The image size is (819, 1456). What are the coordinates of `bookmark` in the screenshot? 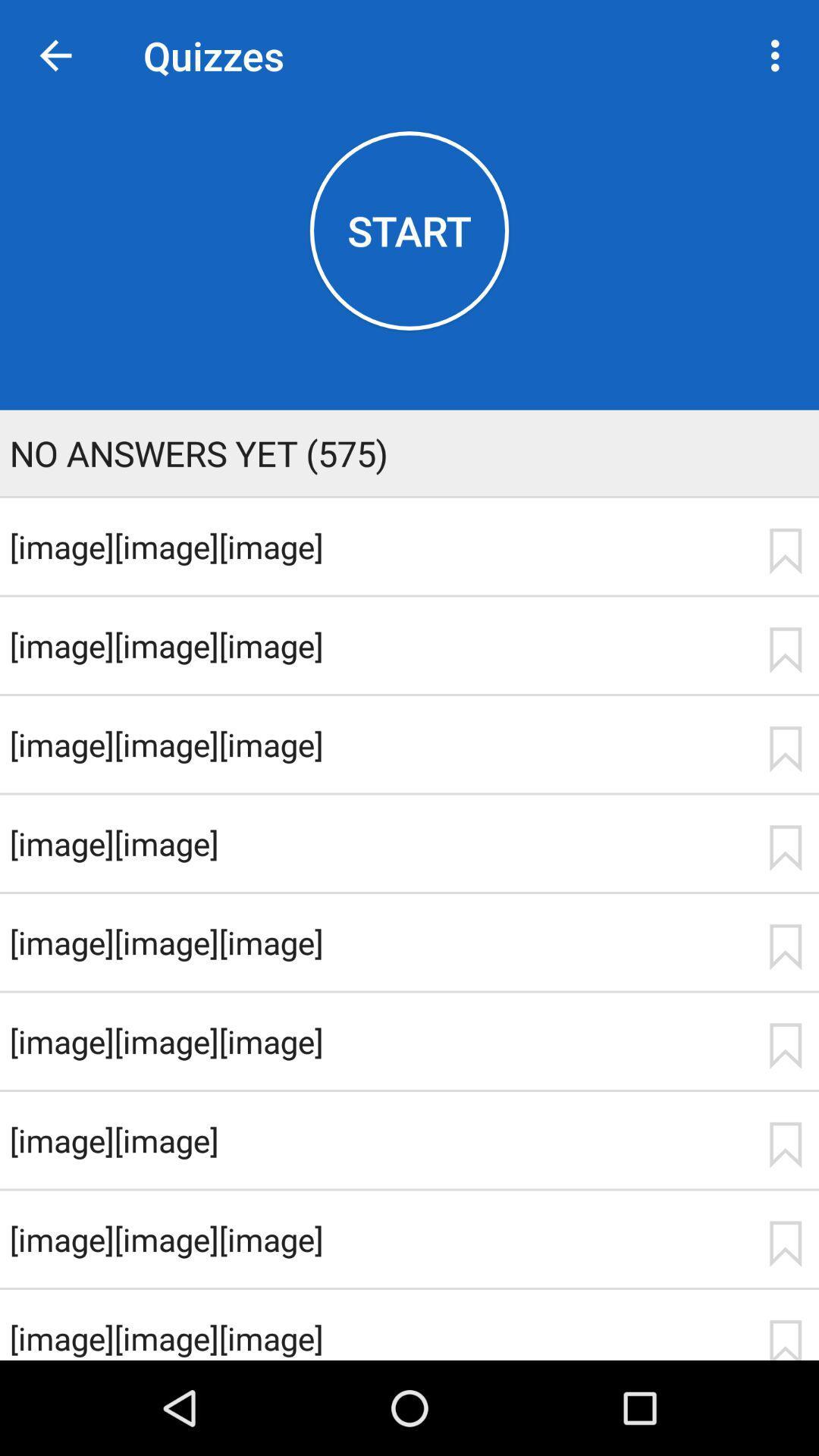 It's located at (785, 847).